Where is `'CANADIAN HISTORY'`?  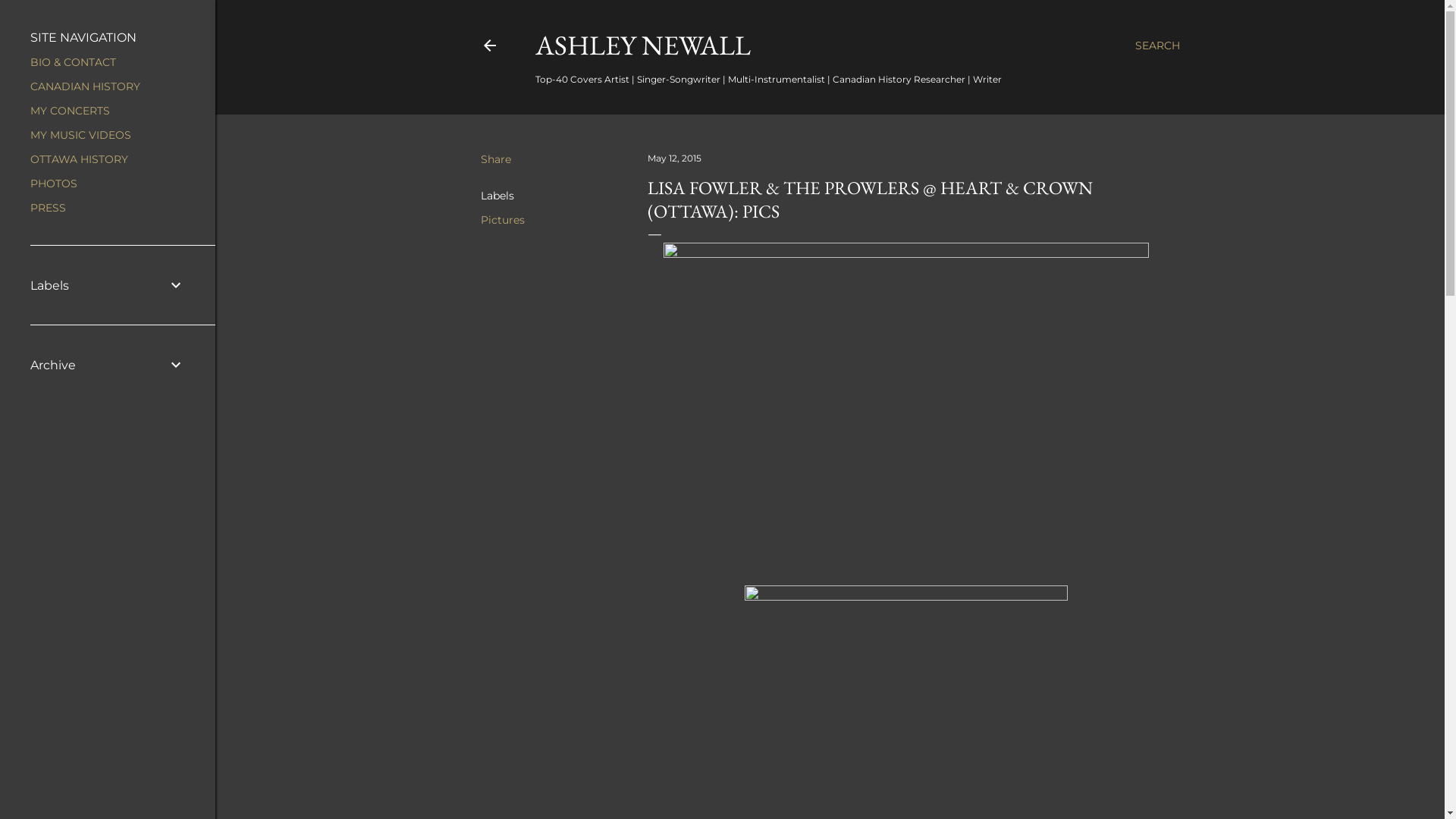 'CANADIAN HISTORY' is located at coordinates (84, 86).